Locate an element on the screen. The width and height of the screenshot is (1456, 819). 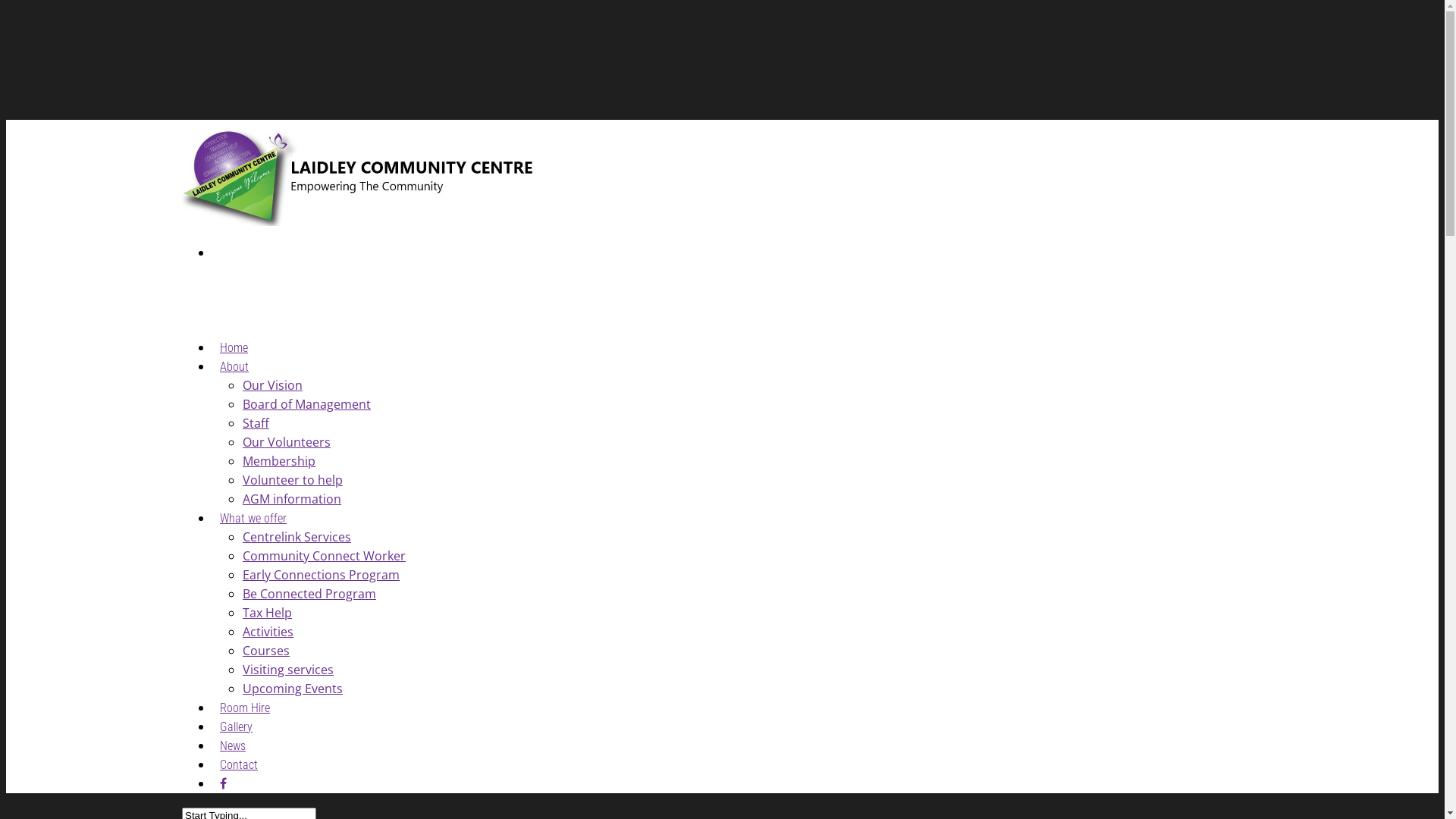
'Tax Help' is located at coordinates (267, 611).